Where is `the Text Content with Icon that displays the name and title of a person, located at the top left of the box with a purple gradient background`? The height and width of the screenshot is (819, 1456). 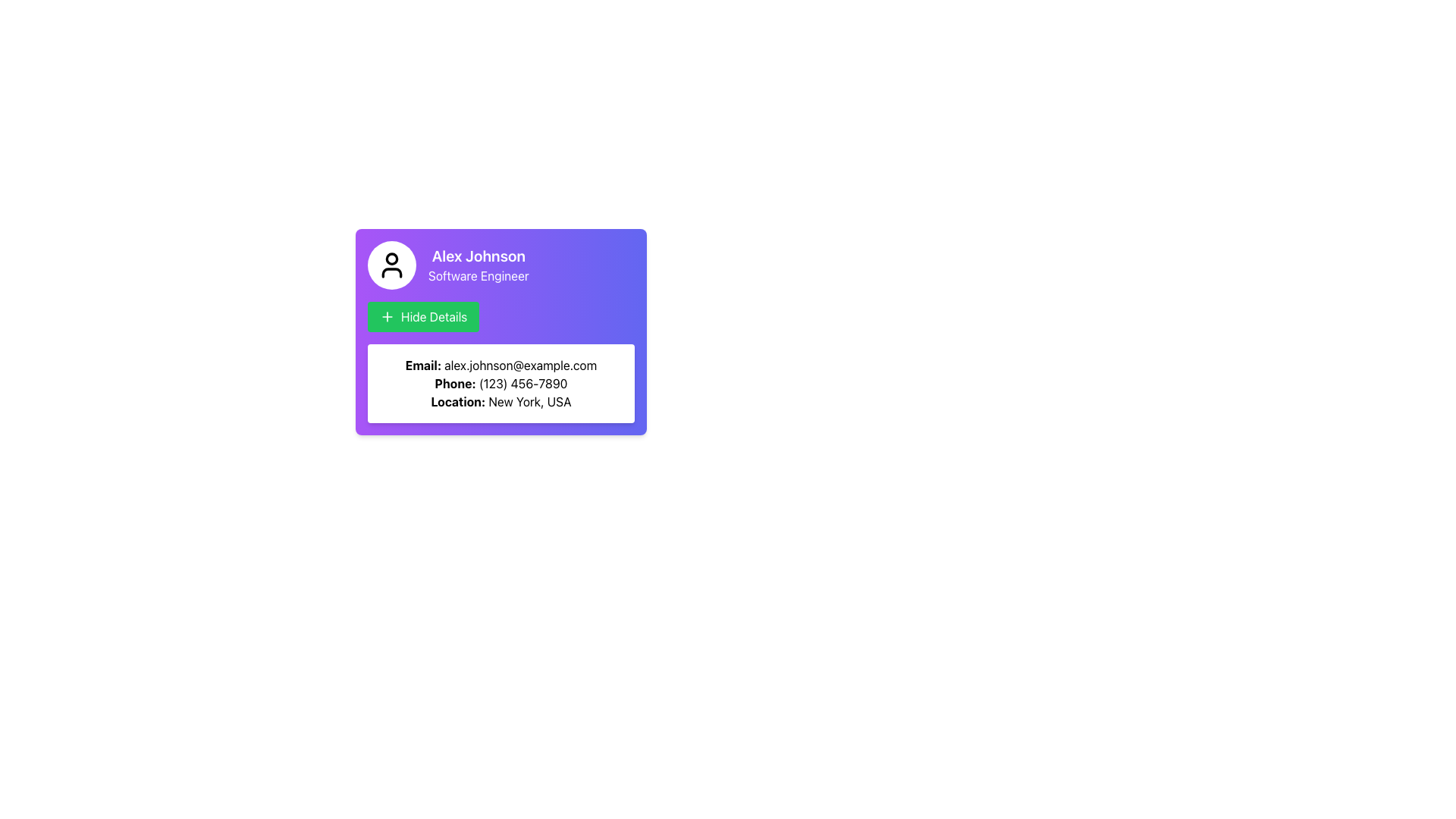 the Text Content with Icon that displays the name and title of a person, located at the top left of the box with a purple gradient background is located at coordinates (501, 265).